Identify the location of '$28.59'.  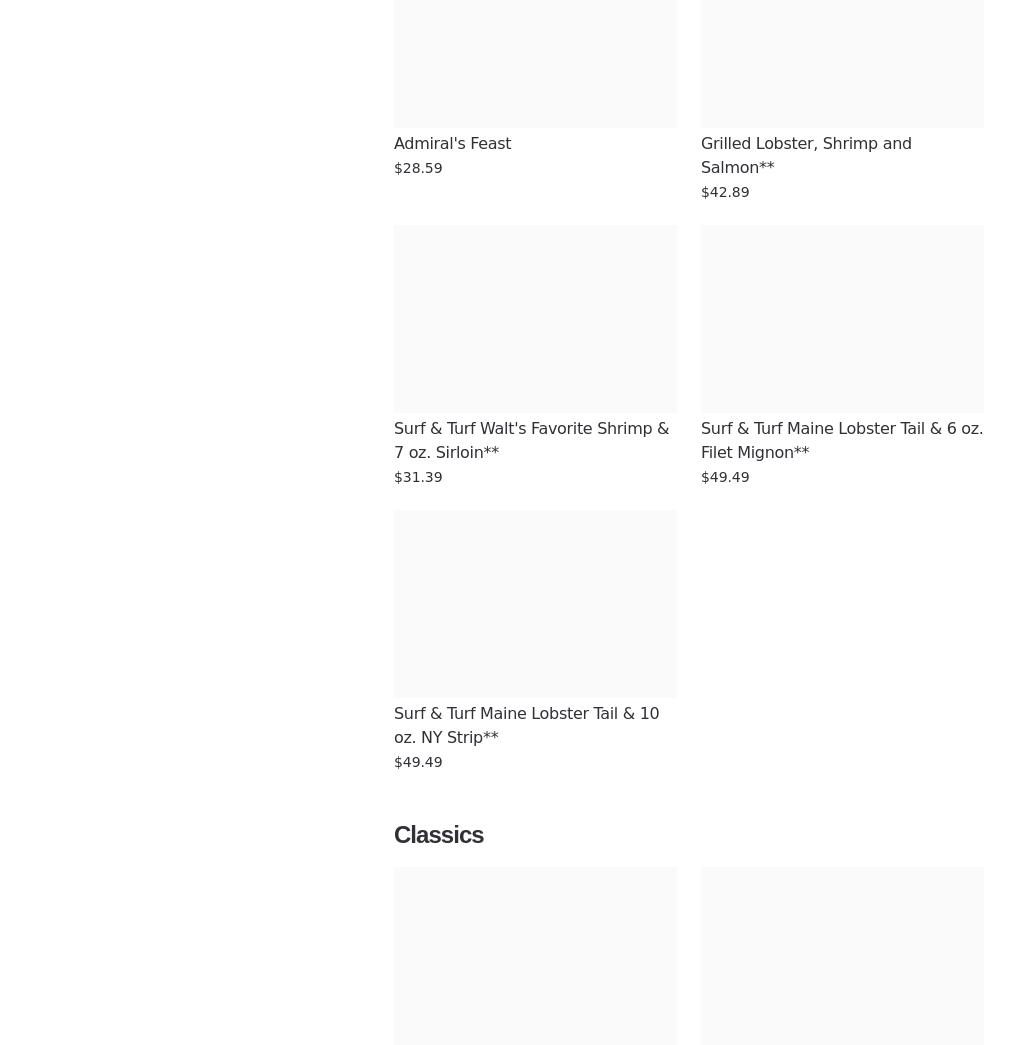
(393, 167).